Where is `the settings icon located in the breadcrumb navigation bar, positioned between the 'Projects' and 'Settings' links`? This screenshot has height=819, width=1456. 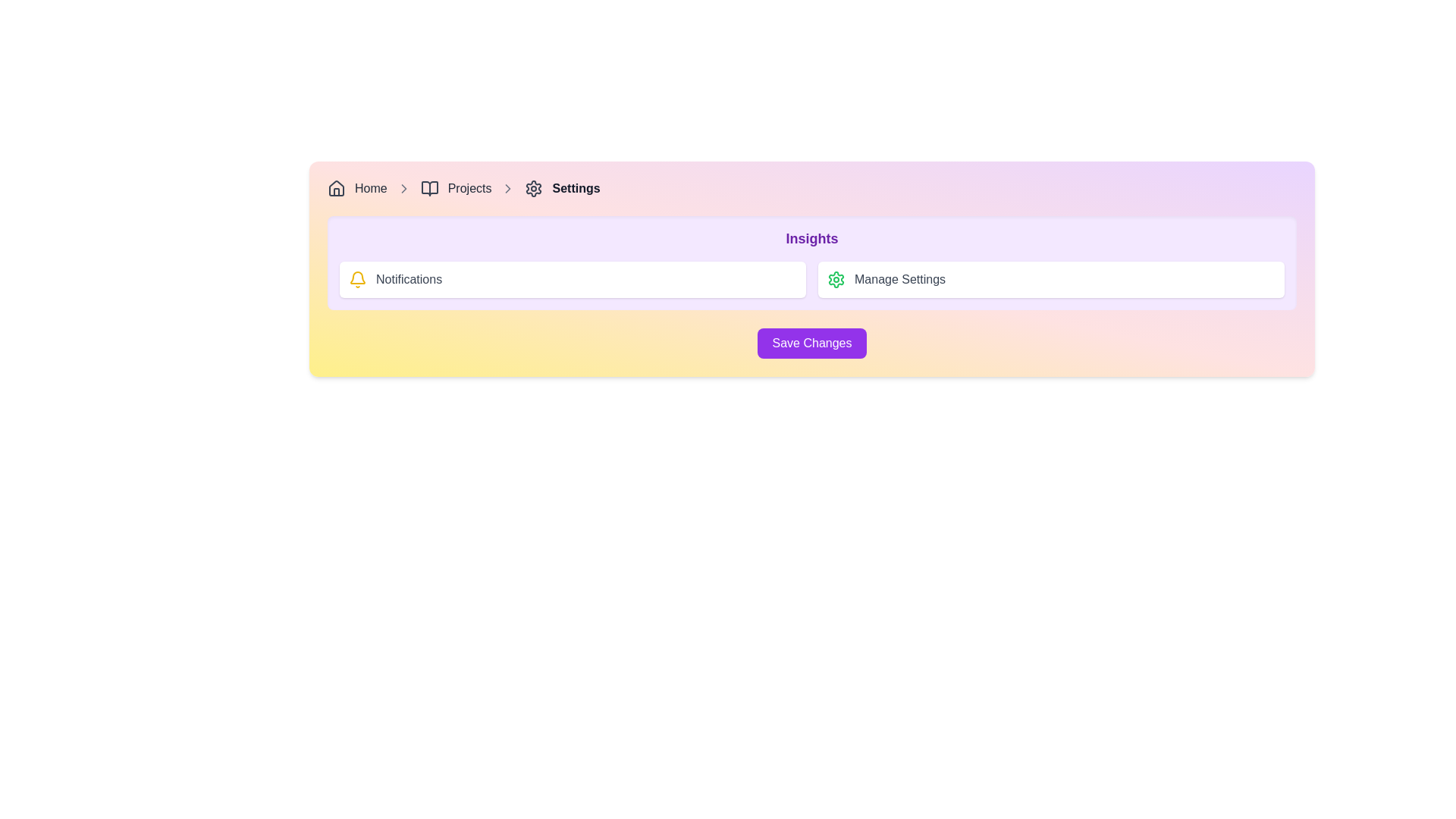
the settings icon located in the breadcrumb navigation bar, positioned between the 'Projects' and 'Settings' links is located at coordinates (534, 188).